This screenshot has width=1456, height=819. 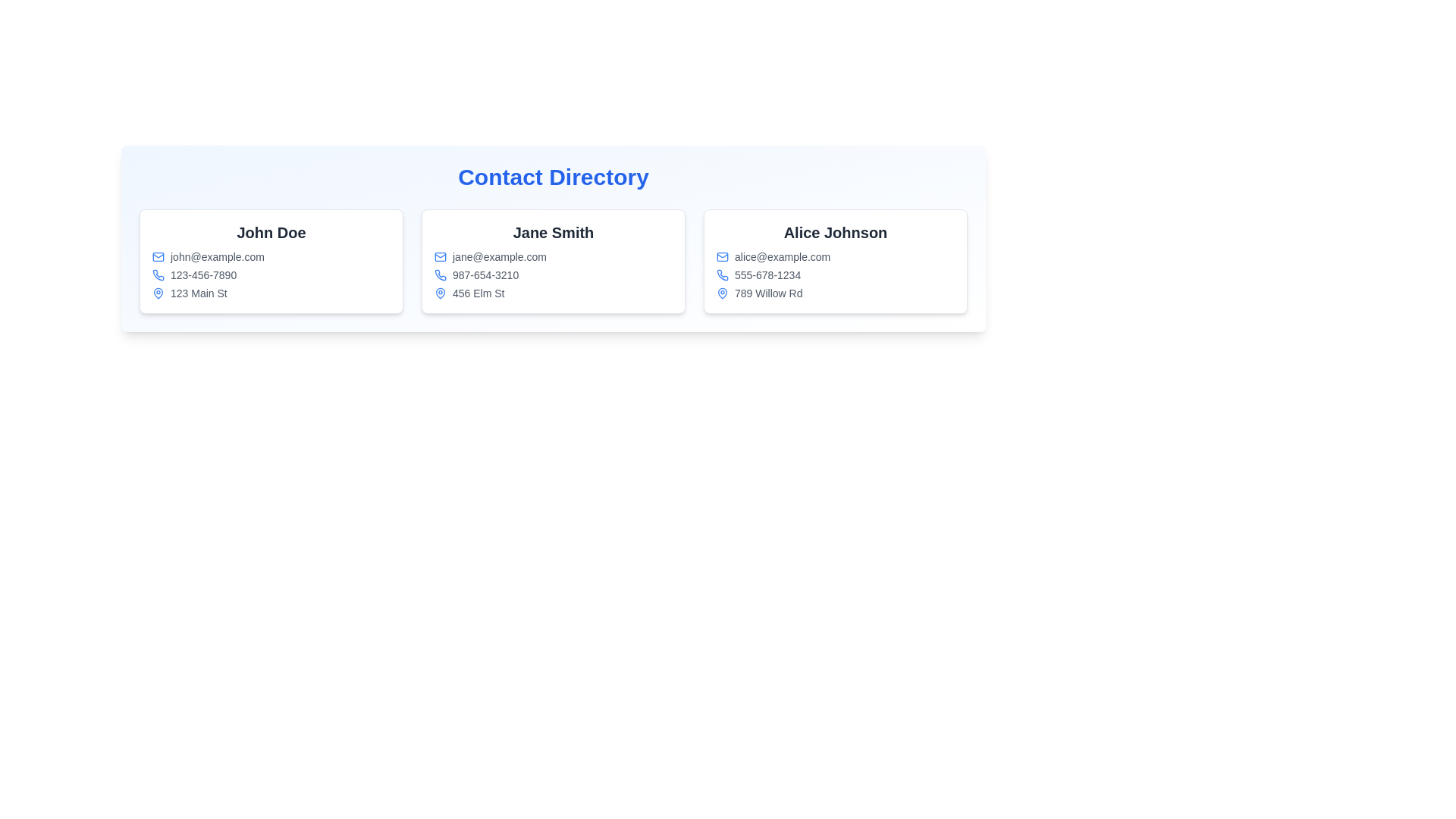 I want to click on the phone icon that indicates the phone number '555-678-1234' for the contact 'Alice Johnson' in the third column of the contact directory, so click(x=722, y=275).